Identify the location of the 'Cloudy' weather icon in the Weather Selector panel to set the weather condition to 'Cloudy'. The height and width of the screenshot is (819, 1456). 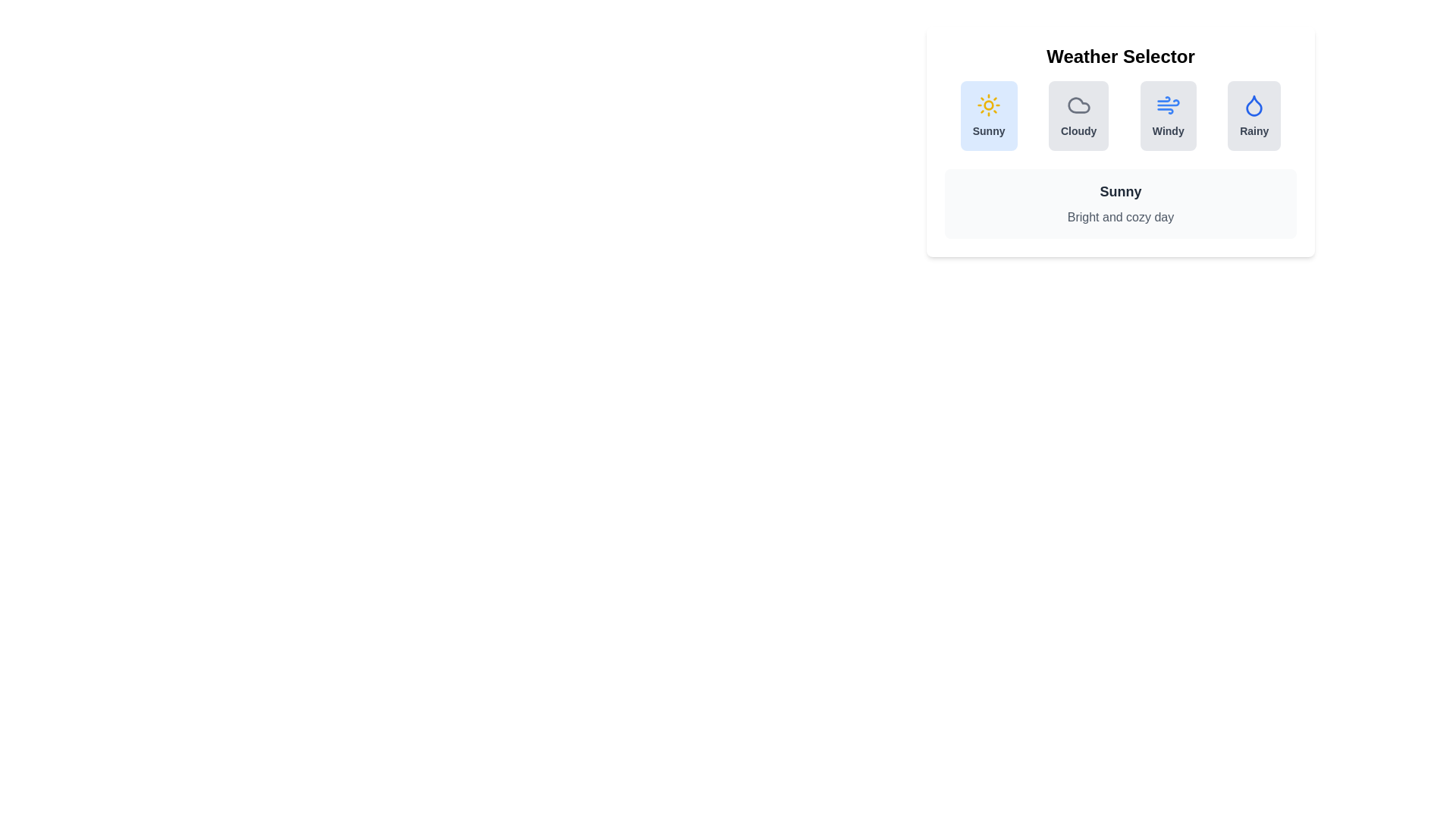
(1077, 104).